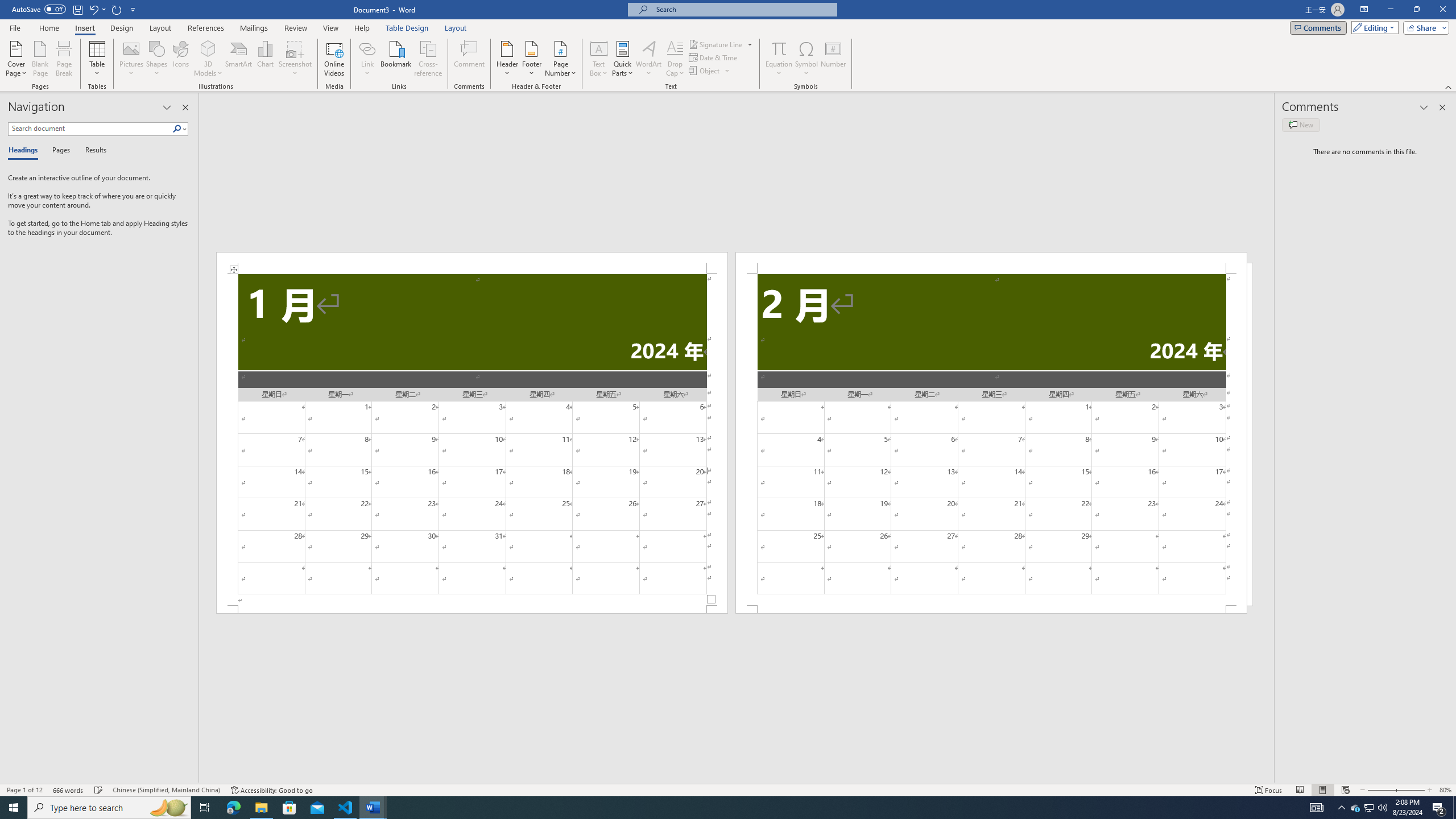 The image size is (1456, 819). What do you see at coordinates (165, 790) in the screenshot?
I see `'Language Chinese (Simplified, Mainland China)'` at bounding box center [165, 790].